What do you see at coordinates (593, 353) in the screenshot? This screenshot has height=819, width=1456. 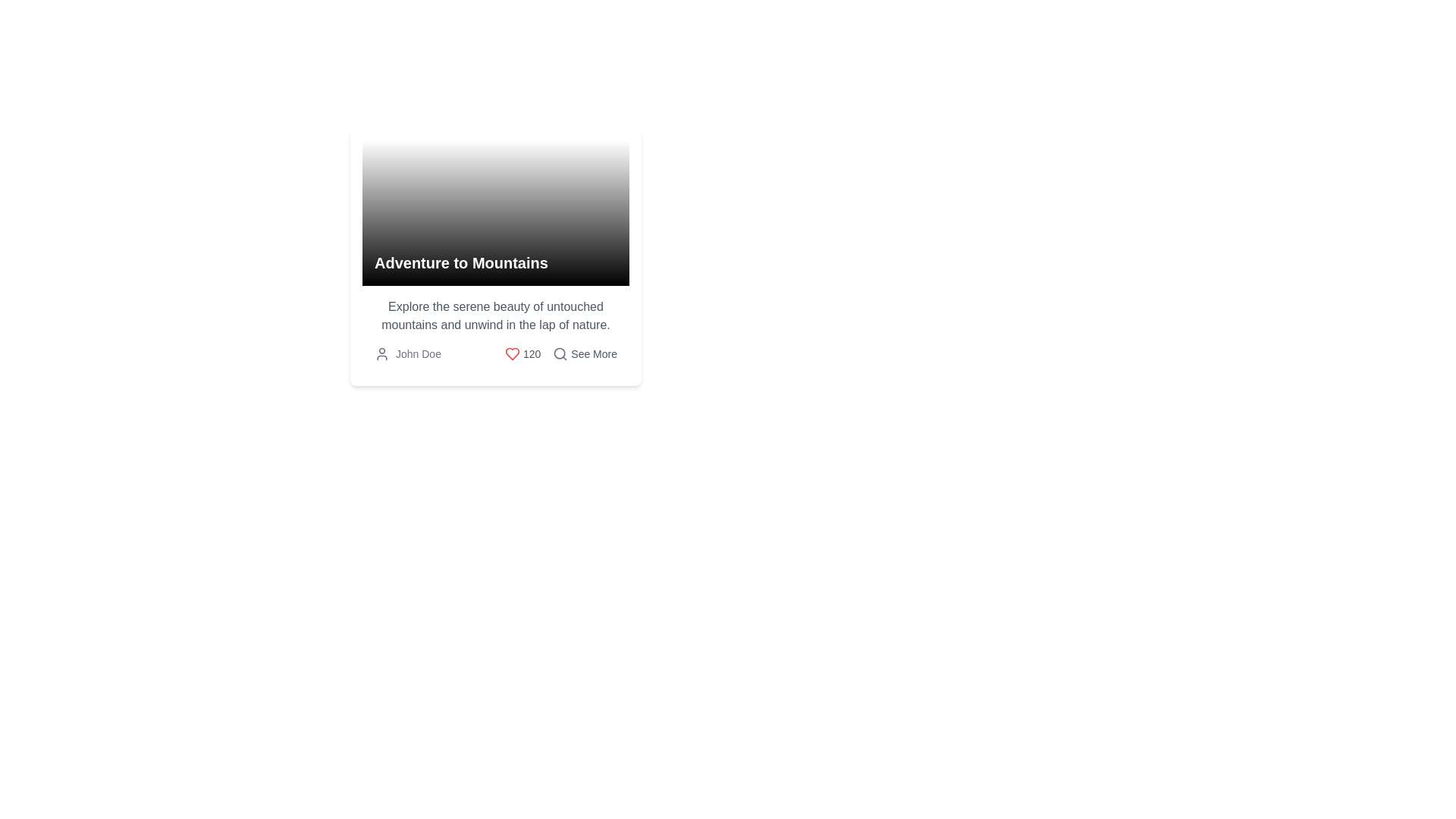 I see `the Text label located at the bottom-right corner of its containing card layout, which prompts the user` at bounding box center [593, 353].